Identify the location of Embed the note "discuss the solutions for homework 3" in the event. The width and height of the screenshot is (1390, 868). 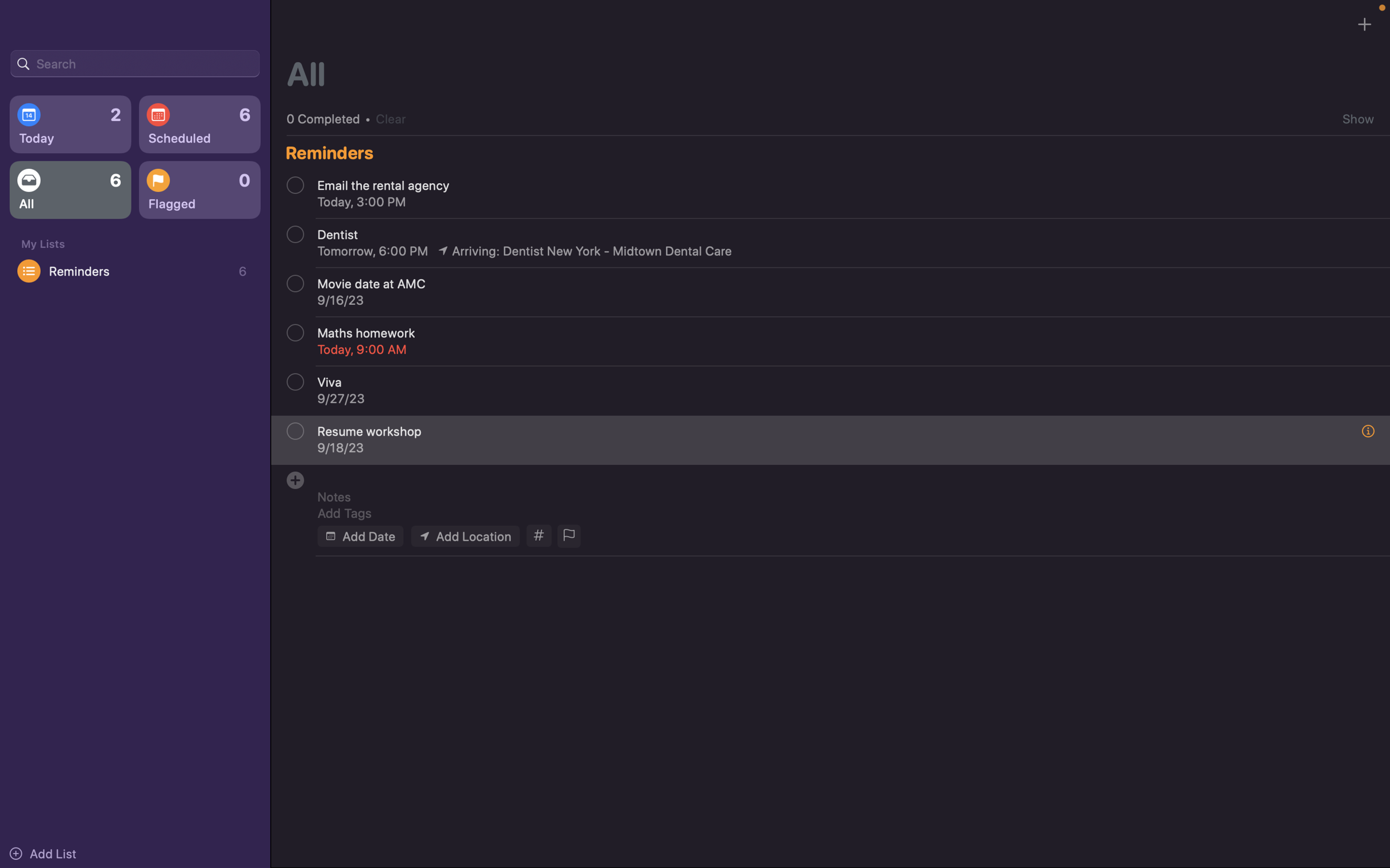
(837, 496).